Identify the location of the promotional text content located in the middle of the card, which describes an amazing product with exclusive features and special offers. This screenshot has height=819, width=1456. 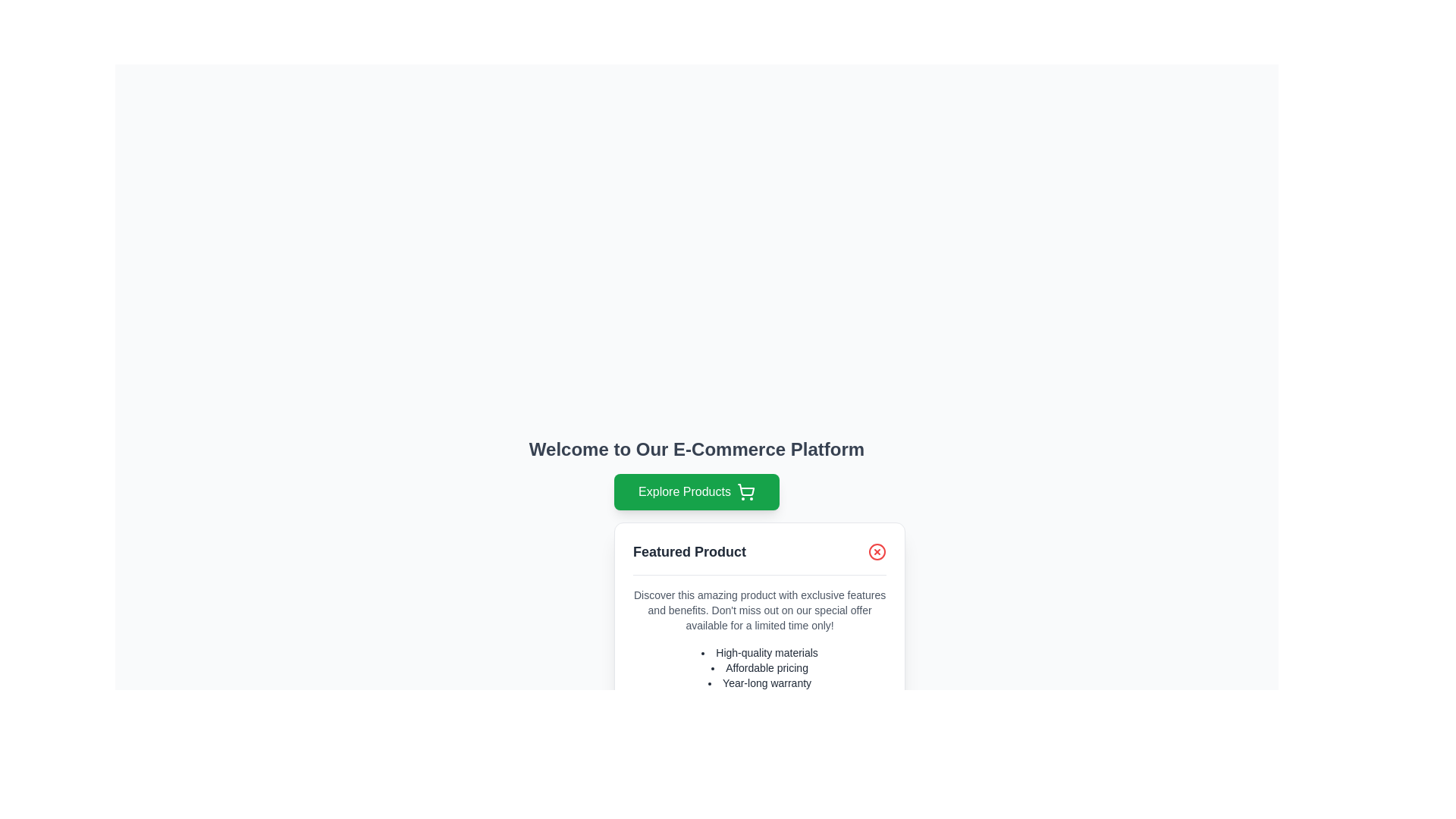
(760, 610).